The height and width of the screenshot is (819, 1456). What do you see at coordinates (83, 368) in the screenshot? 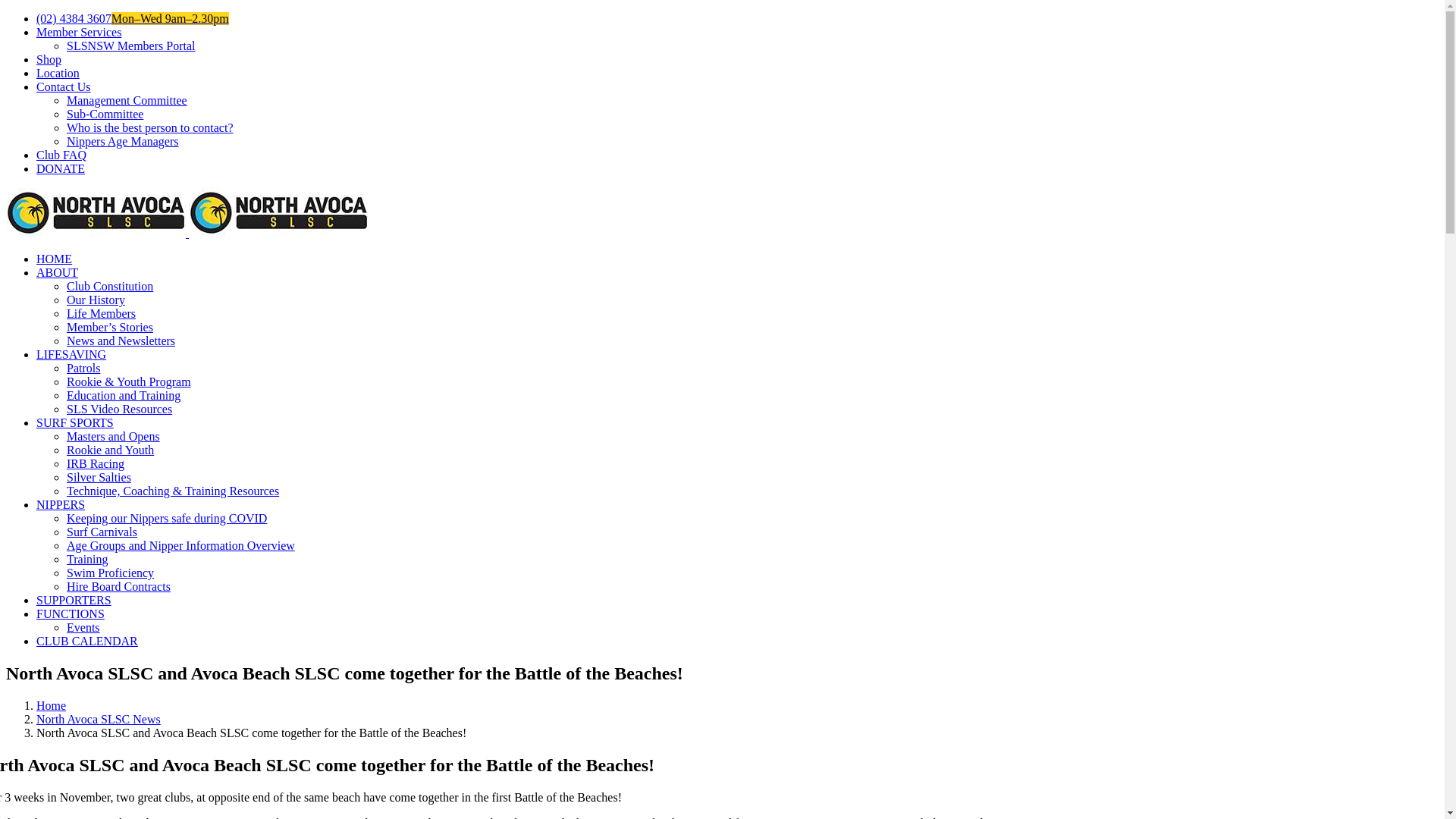
I see `'Patrols'` at bounding box center [83, 368].